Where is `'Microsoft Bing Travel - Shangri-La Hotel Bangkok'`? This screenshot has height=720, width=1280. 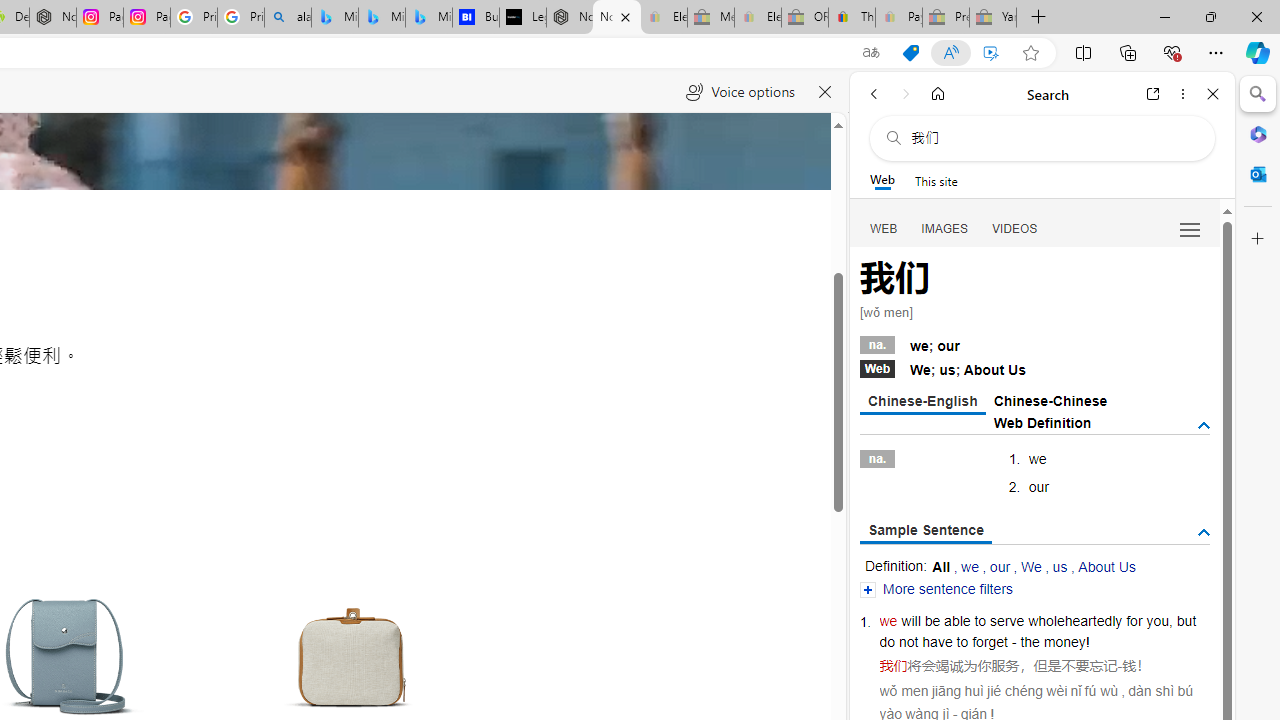 'Microsoft Bing Travel - Shangri-La Hotel Bangkok' is located at coordinates (427, 17).